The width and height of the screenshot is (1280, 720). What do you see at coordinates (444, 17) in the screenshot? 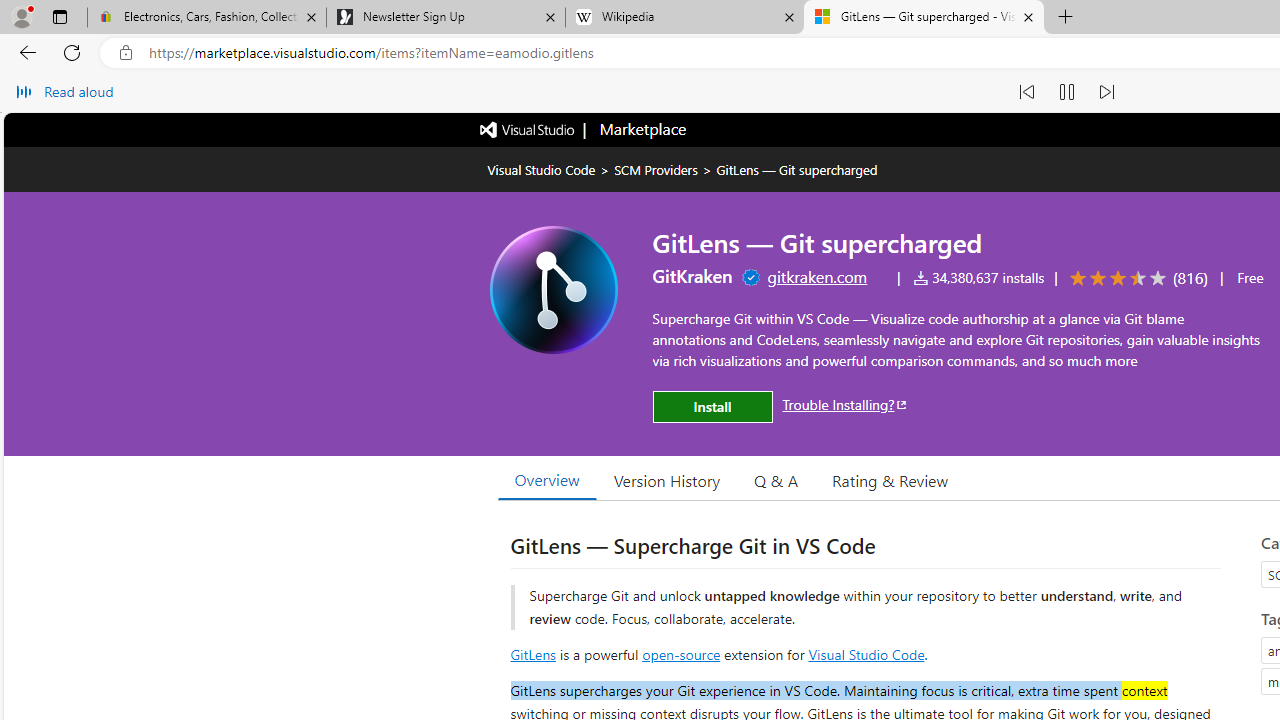
I see `'Newsletter Sign Up'` at bounding box center [444, 17].